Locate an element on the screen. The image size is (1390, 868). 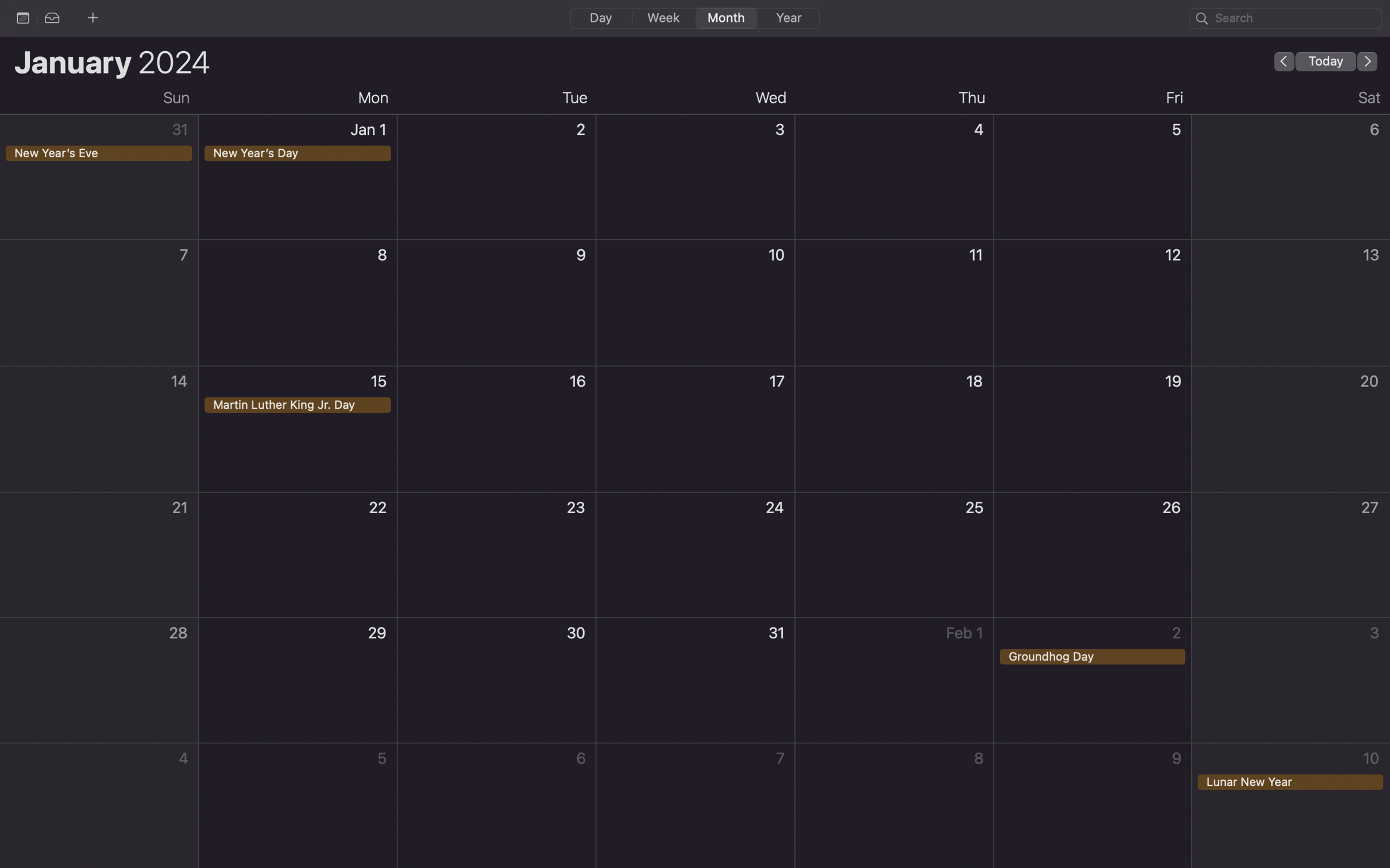
Change the calendar display to be yearly format is located at coordinates (787, 17).